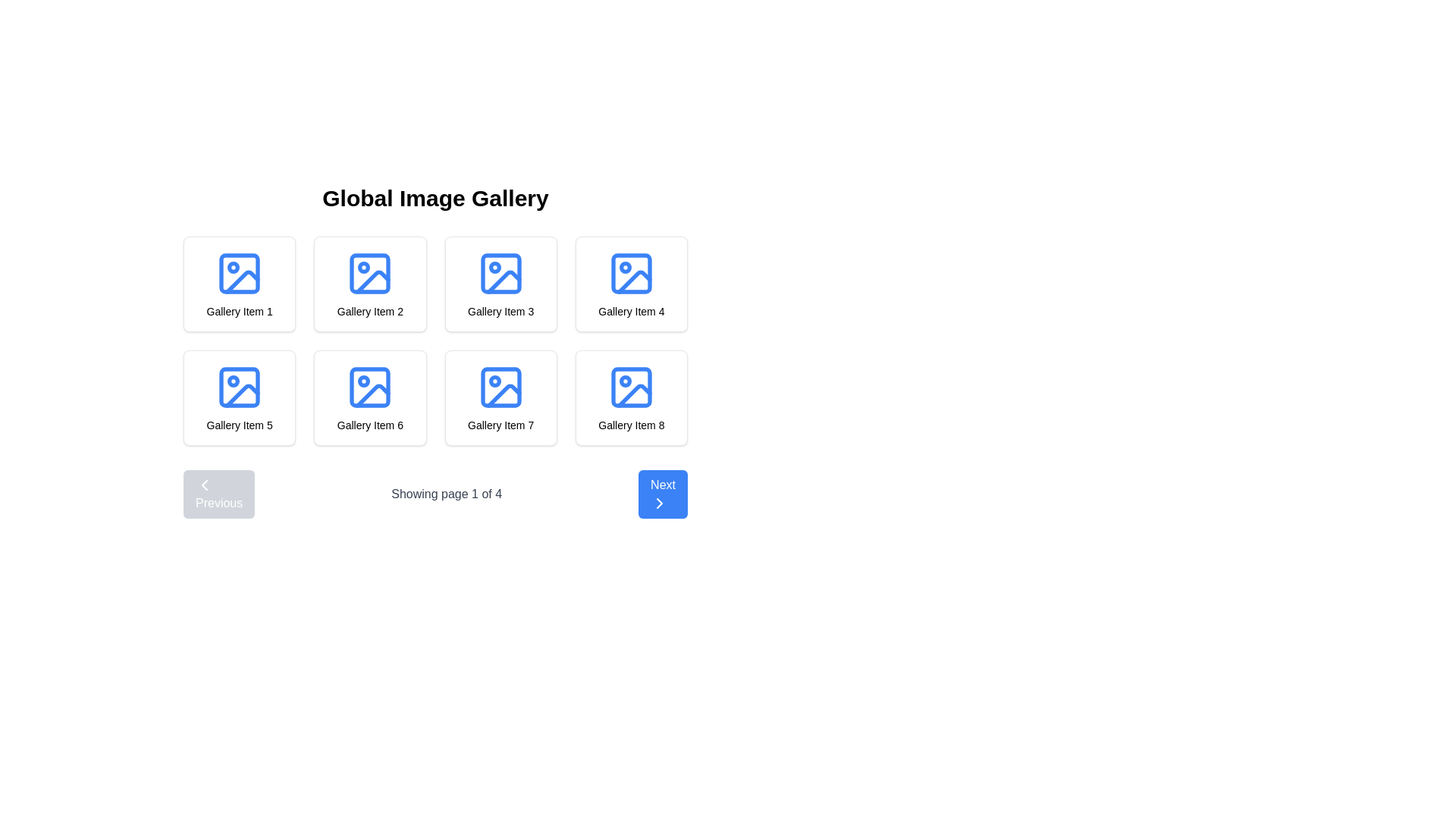 The width and height of the screenshot is (1456, 819). Describe the element at coordinates (370, 274) in the screenshot. I see `the stylized blue icon representing an image, located in the second gallery item of the first row, which is contained within a bordered, rounded rectangular card labeled 'Gallery Item 2'` at that location.